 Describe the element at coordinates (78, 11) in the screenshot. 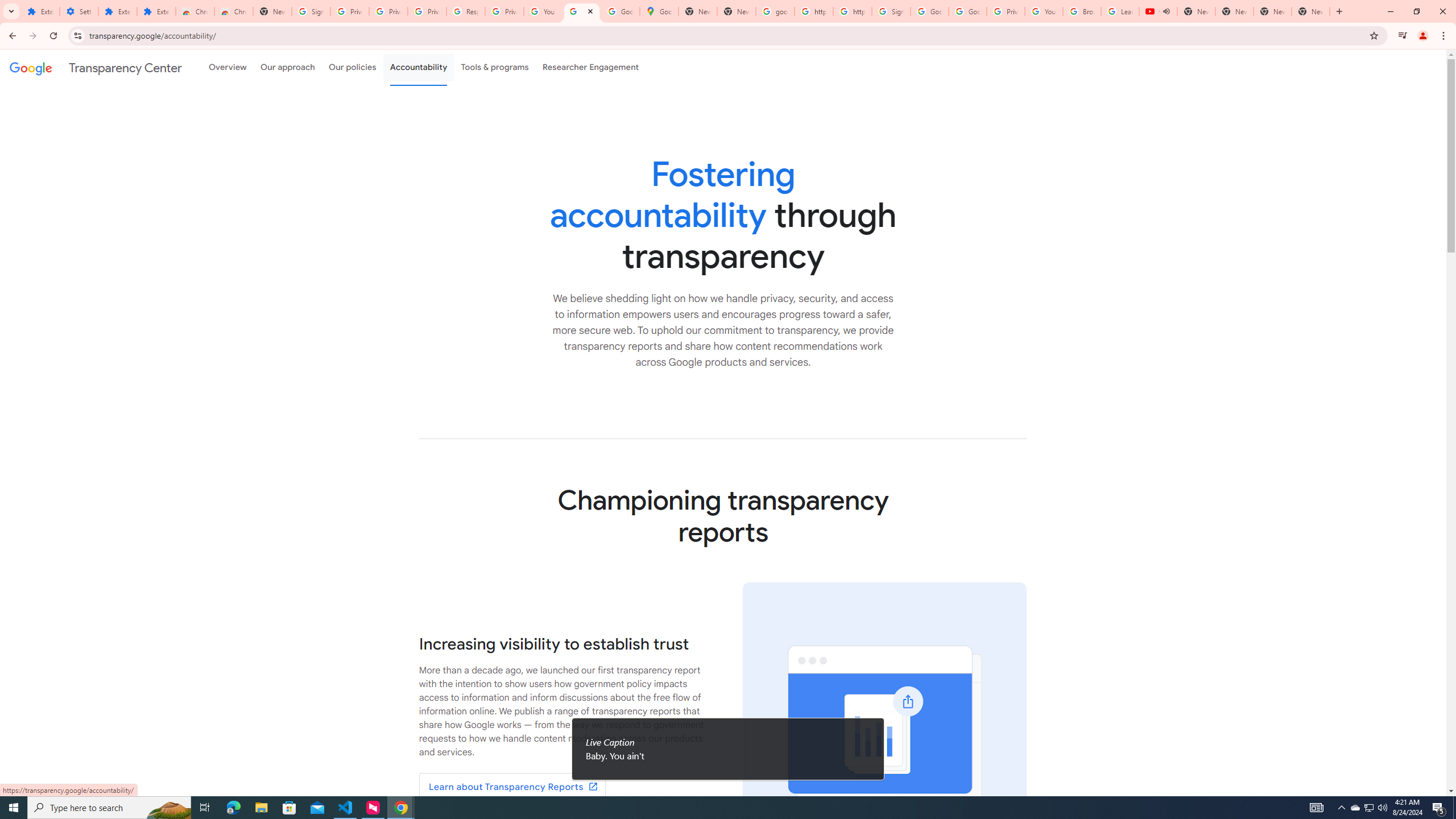

I see `'Settings'` at that location.